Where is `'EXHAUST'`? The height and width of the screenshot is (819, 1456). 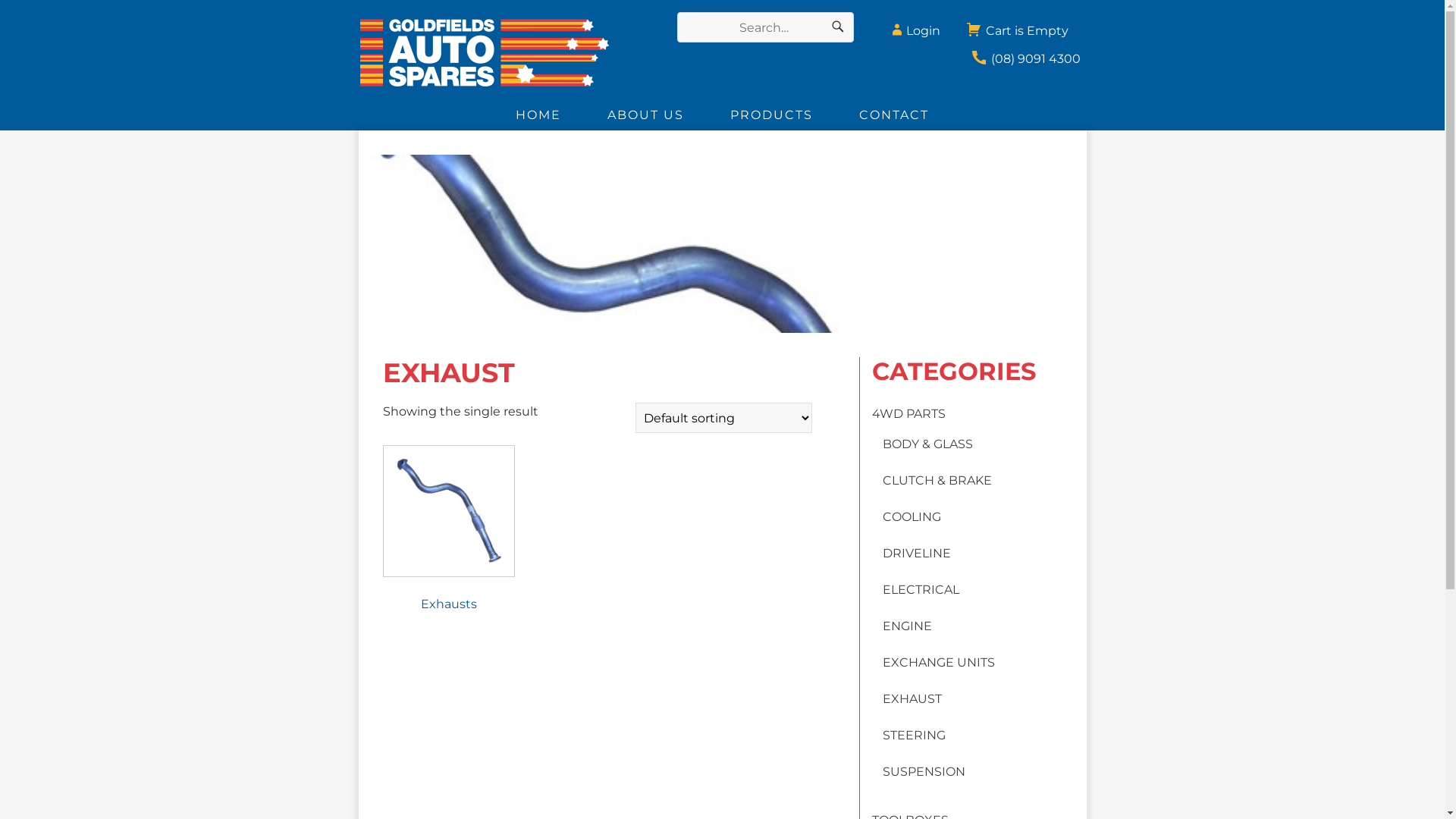 'EXHAUST' is located at coordinates (912, 698).